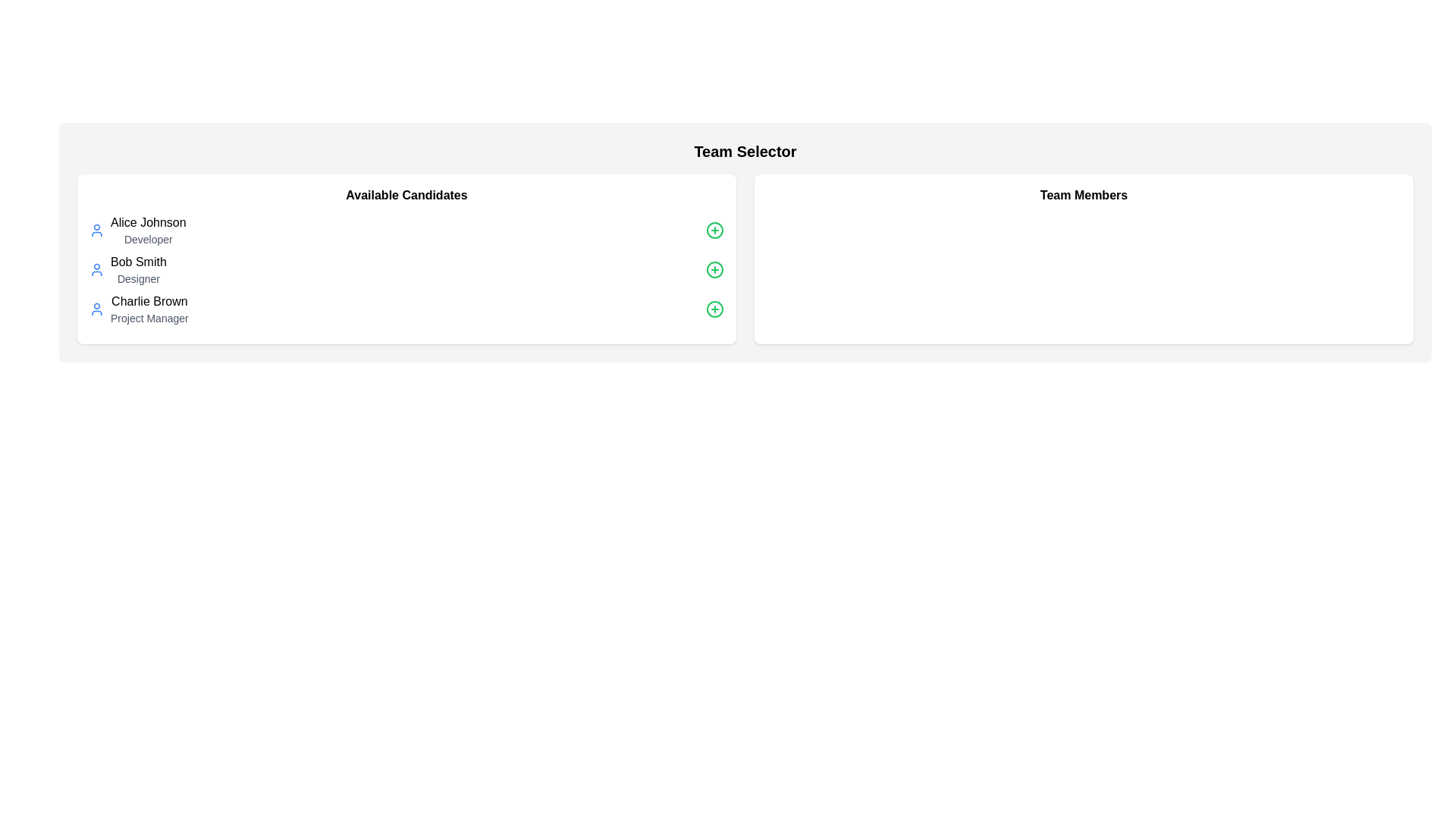  Describe the element at coordinates (406, 195) in the screenshot. I see `the bolded heading 'Available Candidates'` at that location.